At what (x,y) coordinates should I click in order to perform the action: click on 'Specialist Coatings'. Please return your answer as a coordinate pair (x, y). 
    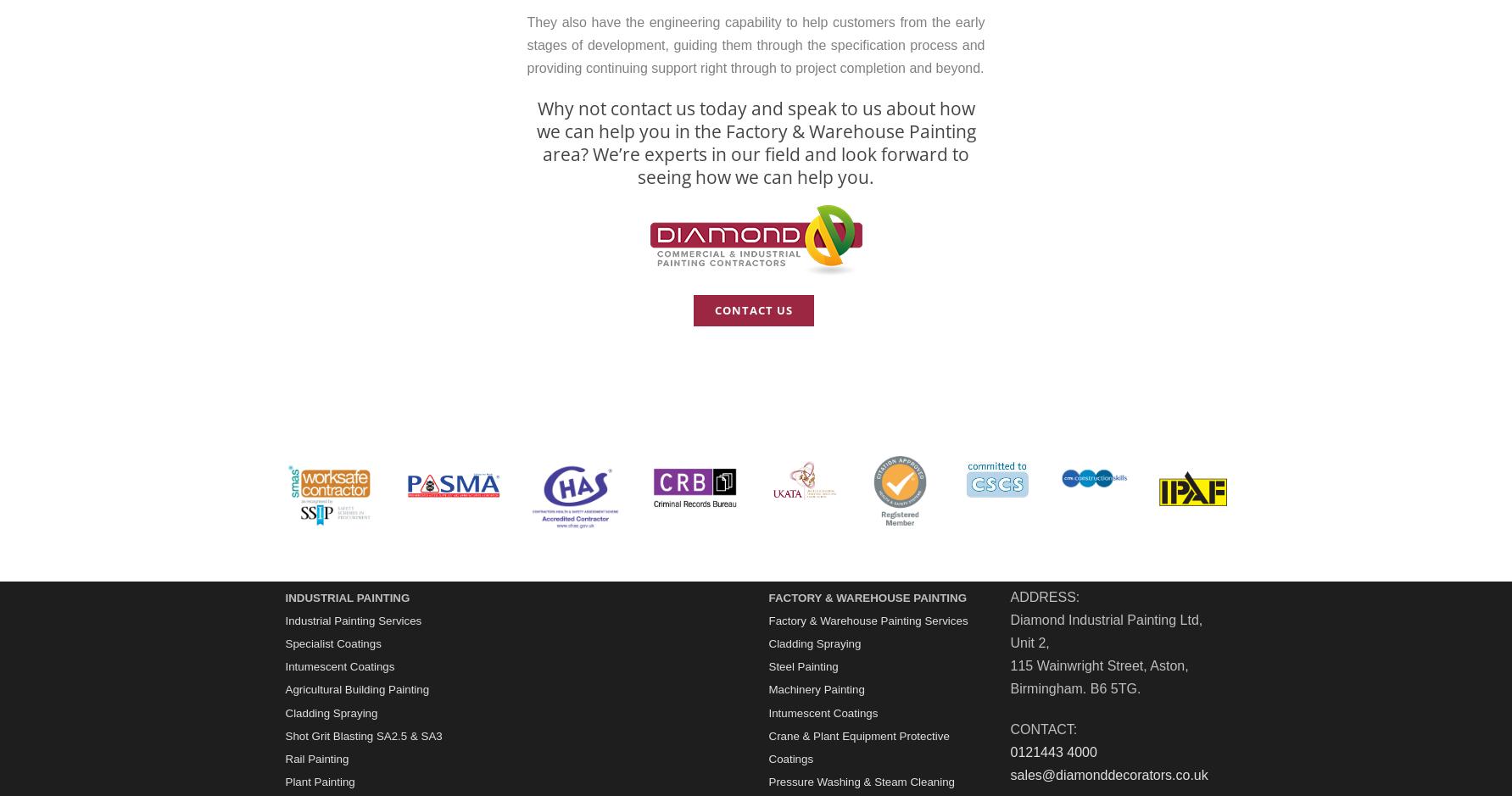
    Looking at the image, I should click on (332, 643).